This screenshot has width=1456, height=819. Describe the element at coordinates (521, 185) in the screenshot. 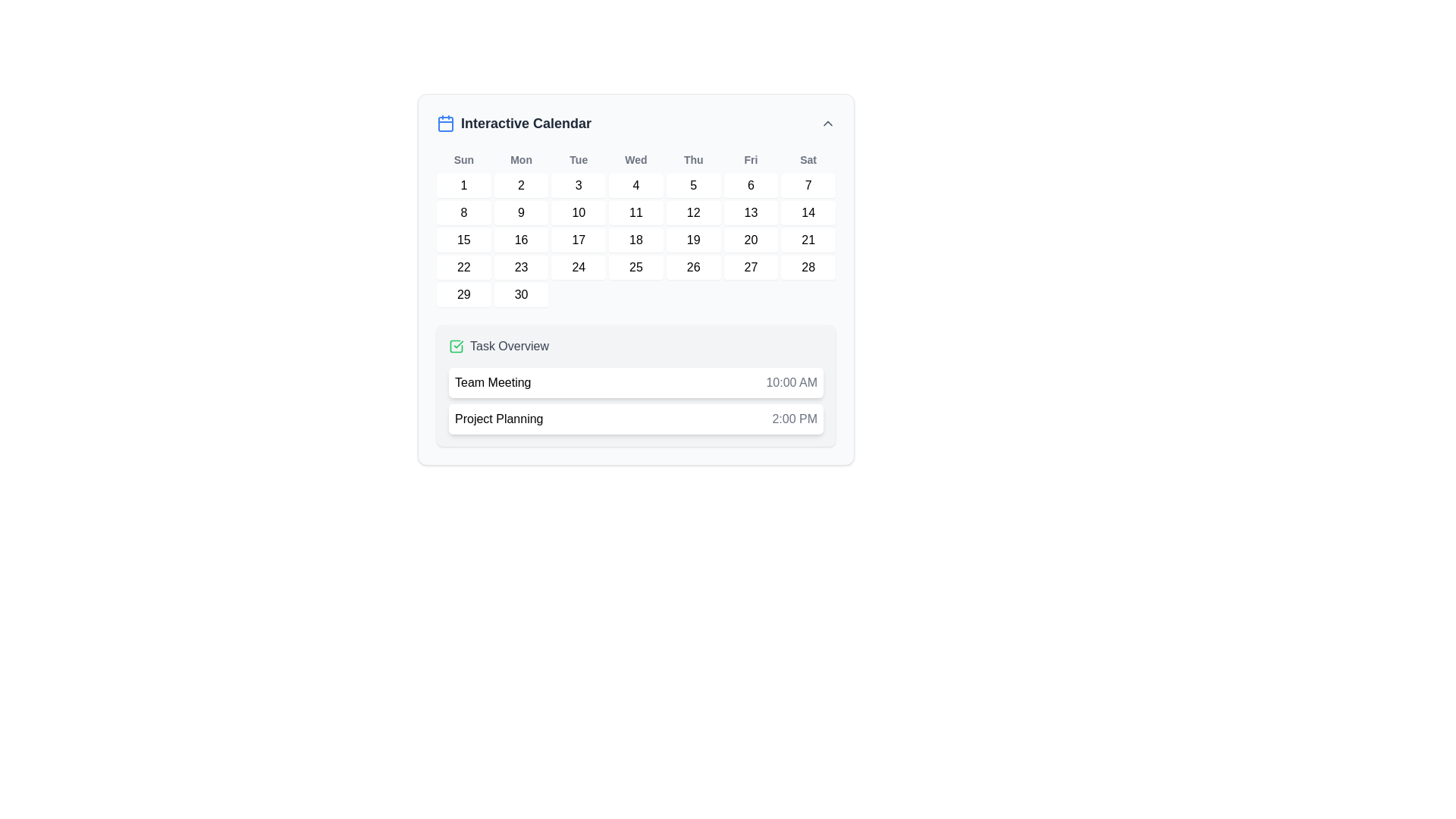

I see `the square button with rounded corners labeled '2' in the Interactive Calendar grid layout` at that location.